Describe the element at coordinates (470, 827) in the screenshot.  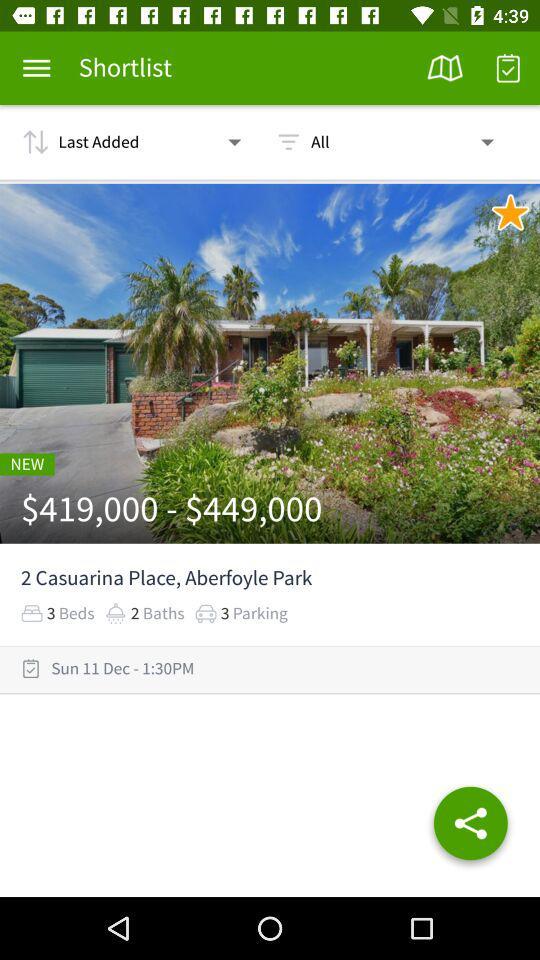
I see `share the article` at that location.